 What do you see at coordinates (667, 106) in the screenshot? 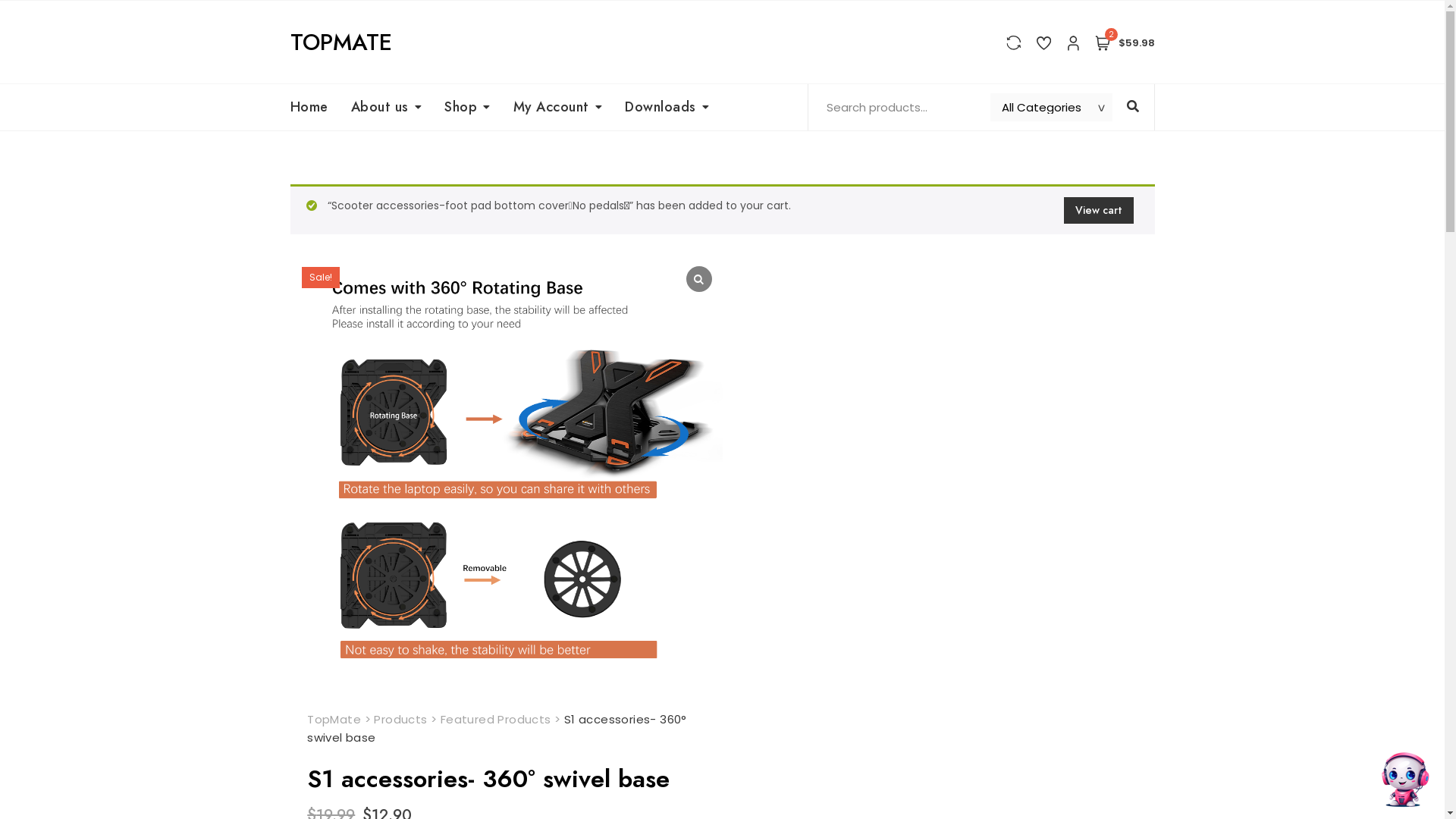
I see `'Downloads'` at bounding box center [667, 106].